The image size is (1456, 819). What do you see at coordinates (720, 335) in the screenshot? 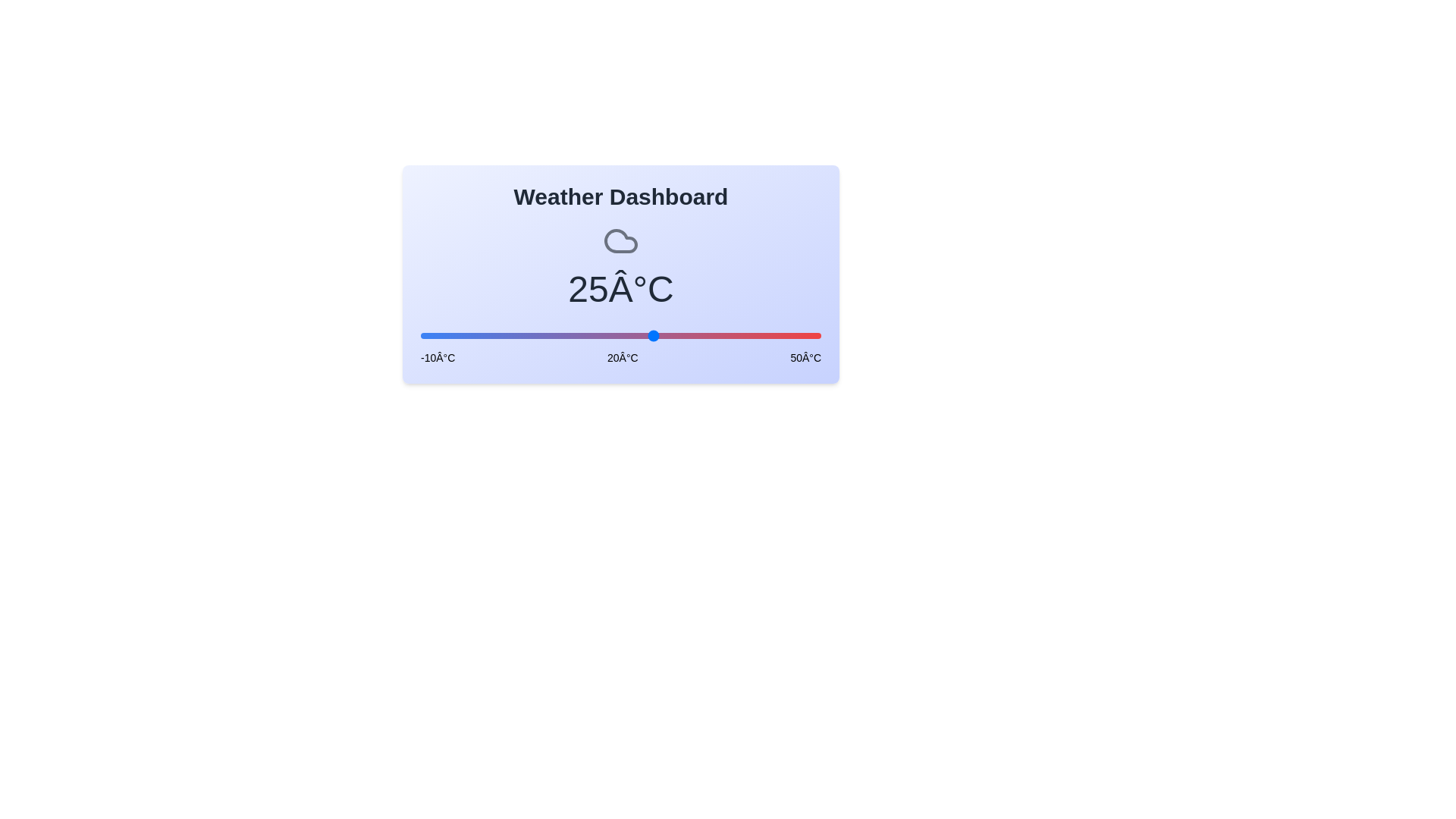
I see `the slider to a specific temperature value 35 within the range [-10, 50]` at bounding box center [720, 335].